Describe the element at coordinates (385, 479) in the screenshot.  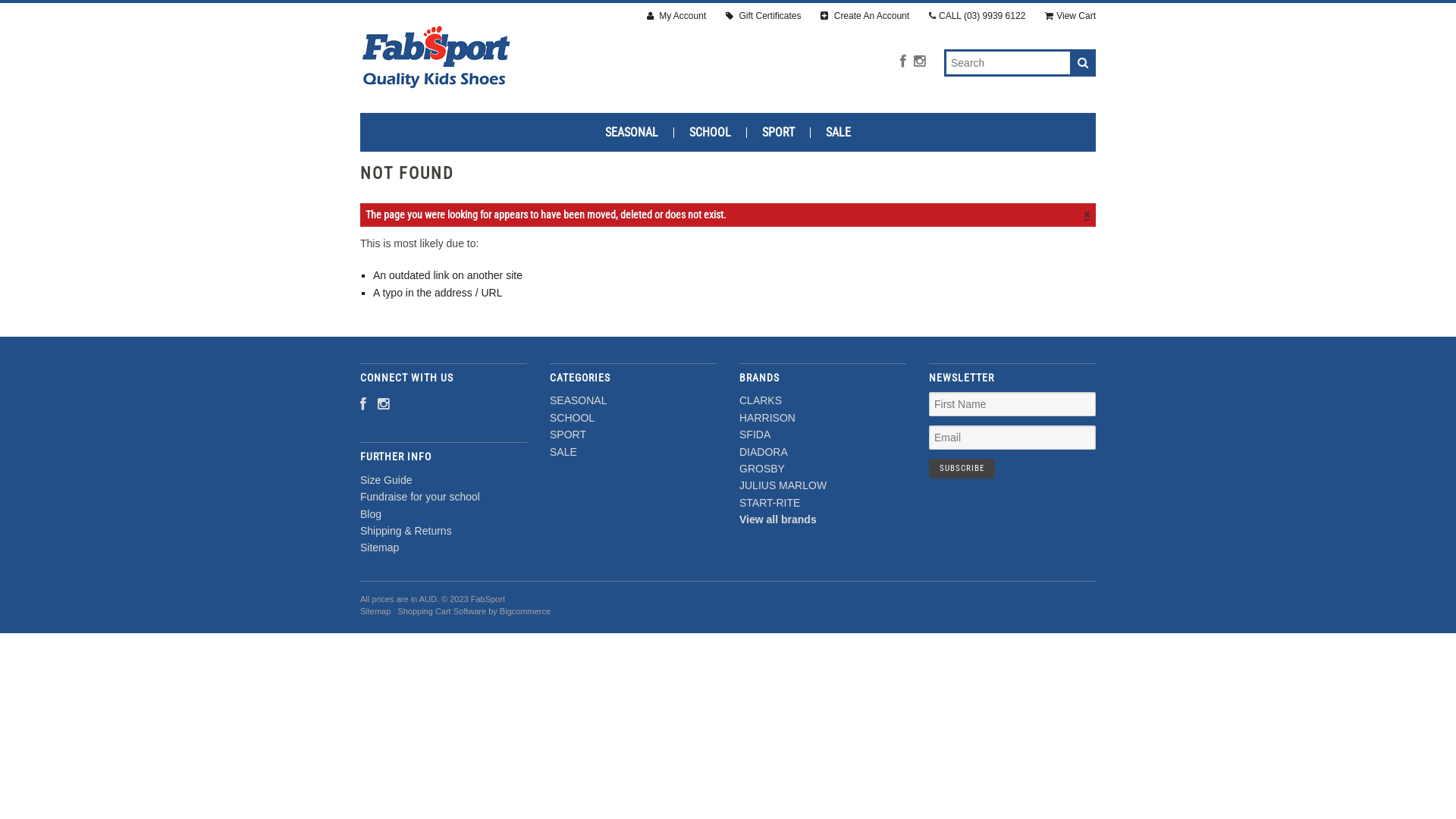
I see `'Size Guide'` at that location.